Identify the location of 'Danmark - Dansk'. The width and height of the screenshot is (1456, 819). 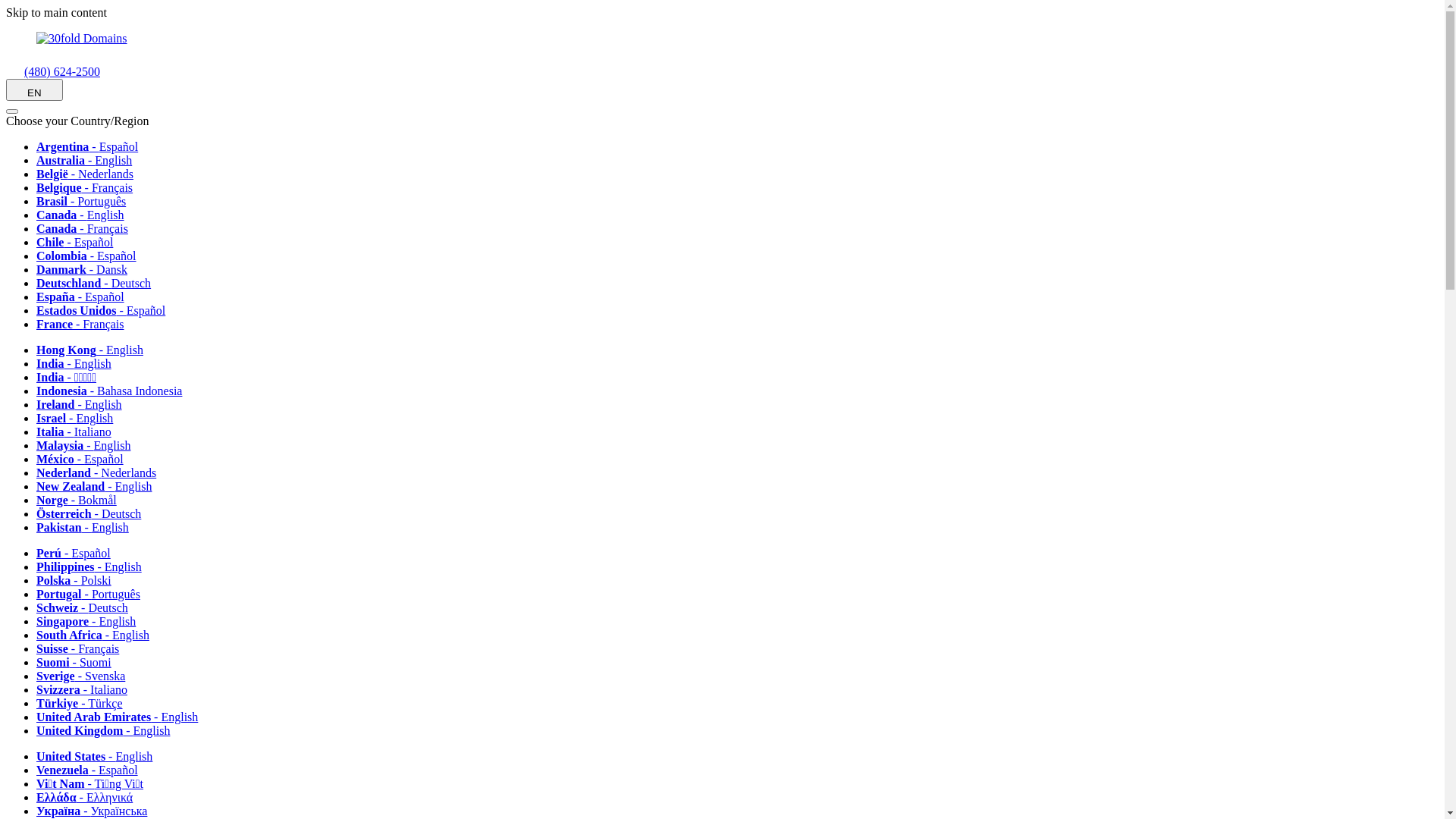
(36, 268).